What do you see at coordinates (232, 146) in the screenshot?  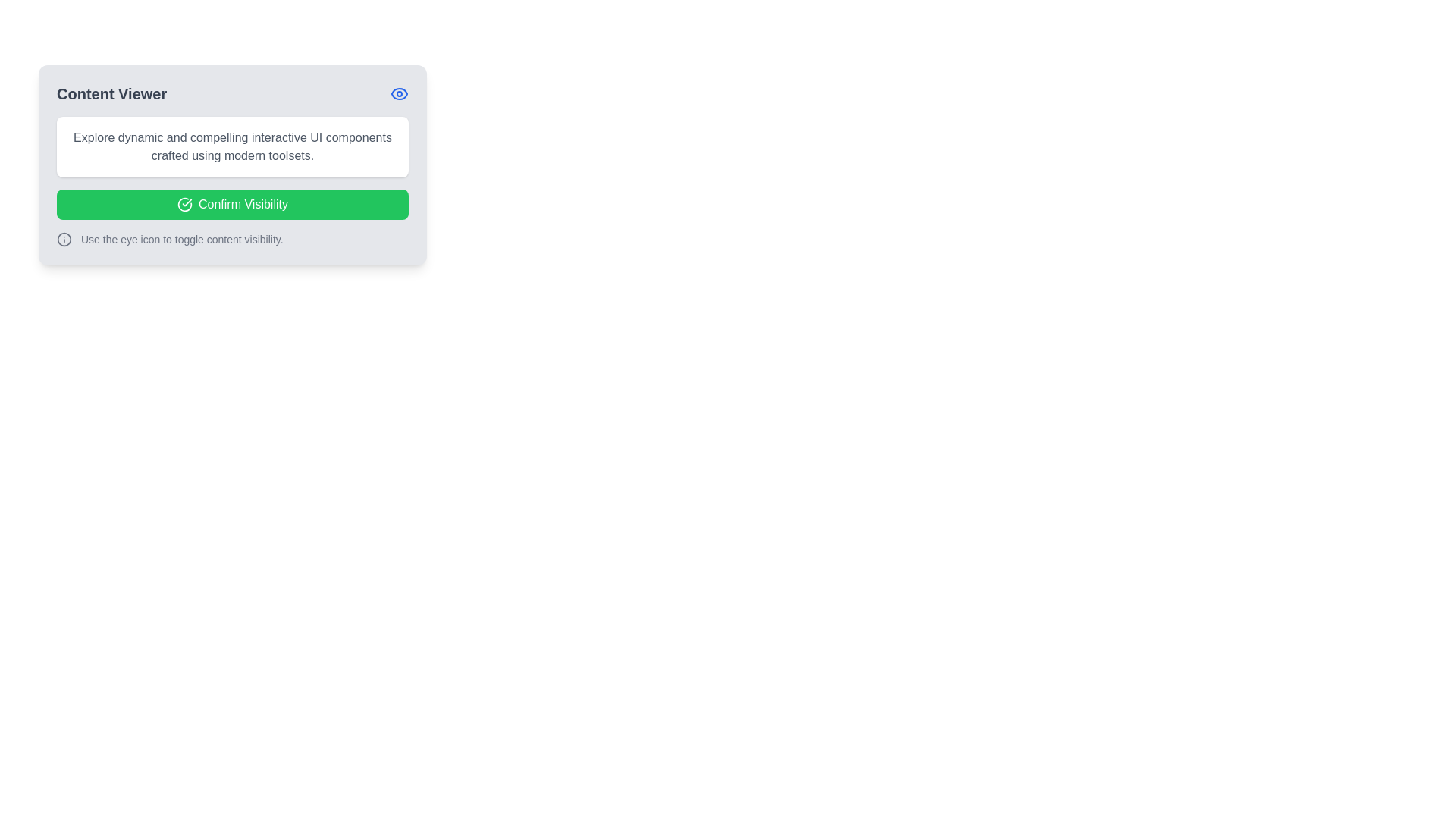 I see `the text box with rounded corners and a white background that contains the paragraph: 'Explore dynamic and compelling interactive UI components crafted using modern toolsets.'` at bounding box center [232, 146].